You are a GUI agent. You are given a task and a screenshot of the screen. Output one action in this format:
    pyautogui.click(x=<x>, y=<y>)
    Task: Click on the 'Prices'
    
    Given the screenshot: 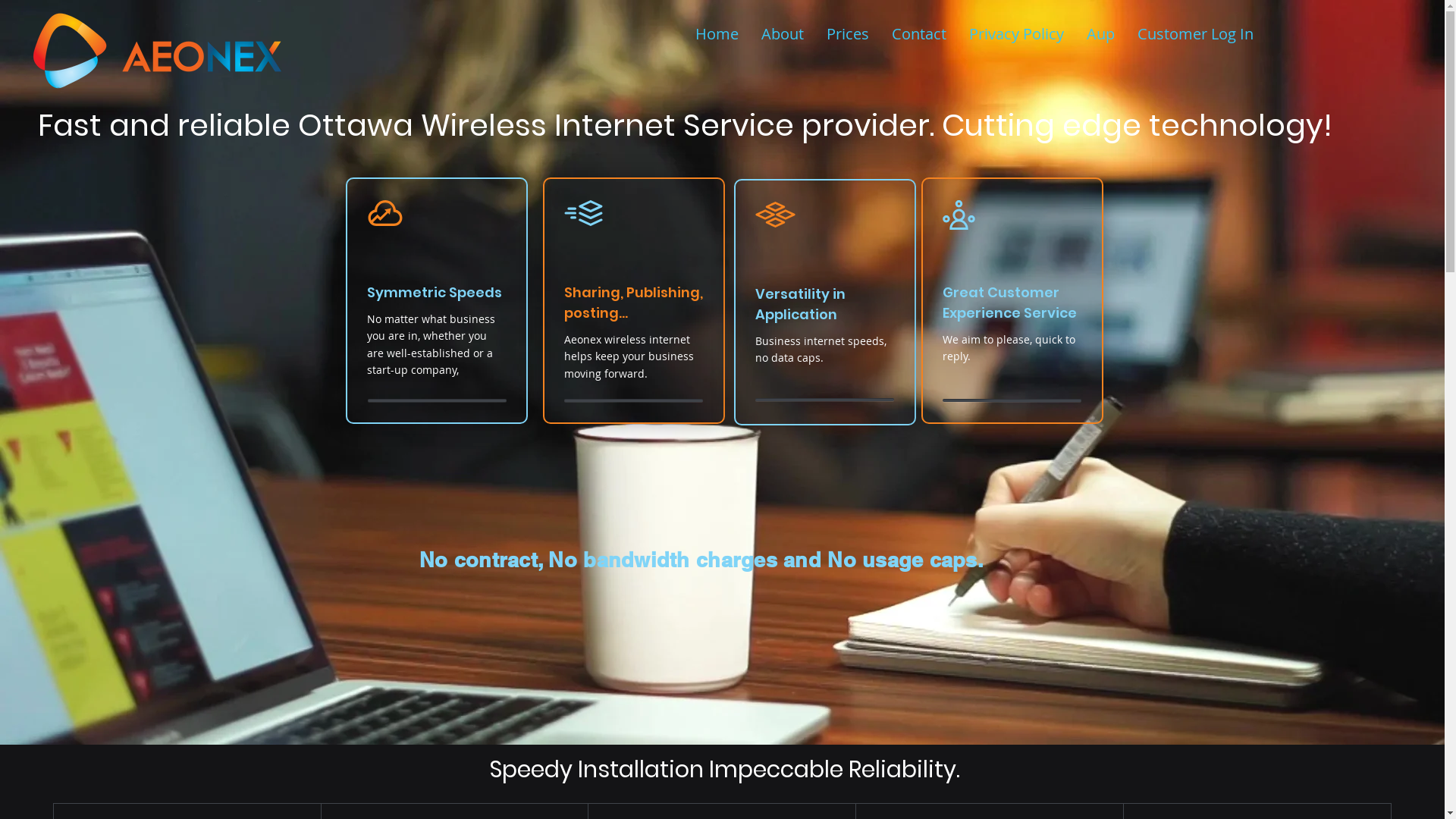 What is the action you would take?
    pyautogui.click(x=847, y=34)
    